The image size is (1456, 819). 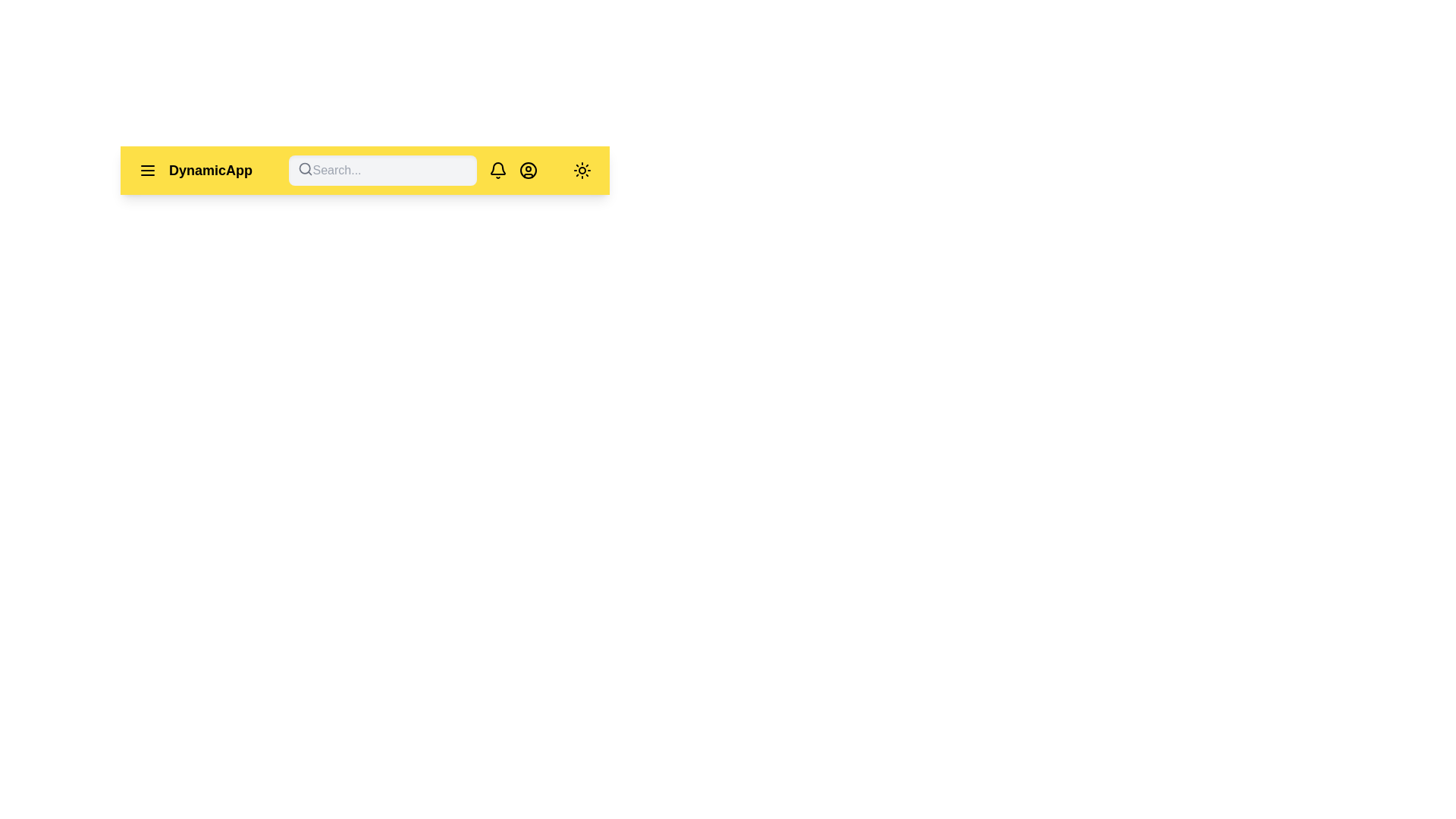 What do you see at coordinates (148, 170) in the screenshot?
I see `the menu icon to open the menu` at bounding box center [148, 170].